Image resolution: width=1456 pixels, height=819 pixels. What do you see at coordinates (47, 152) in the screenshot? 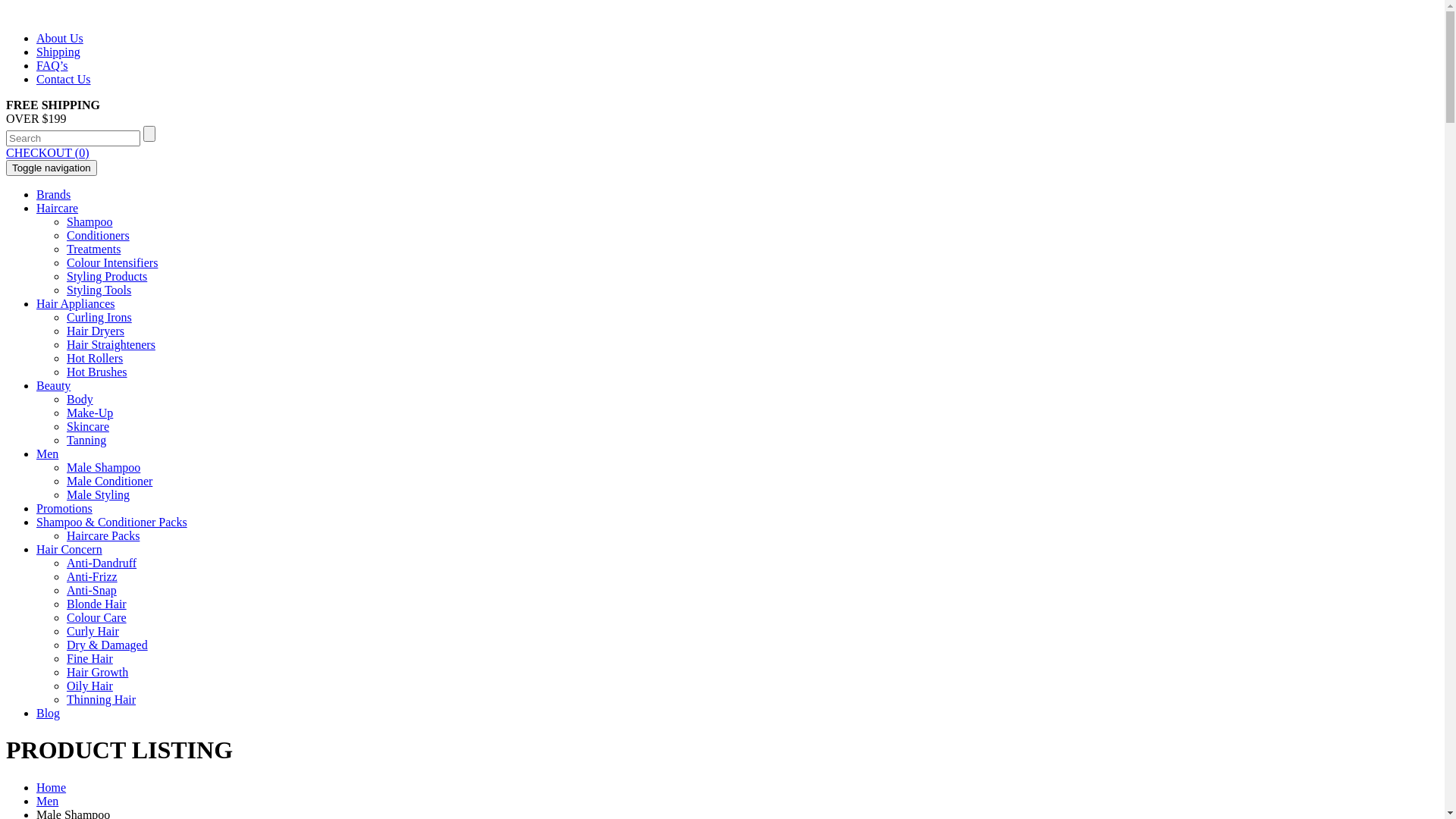
I see `'CHECKOUT (0)'` at bounding box center [47, 152].